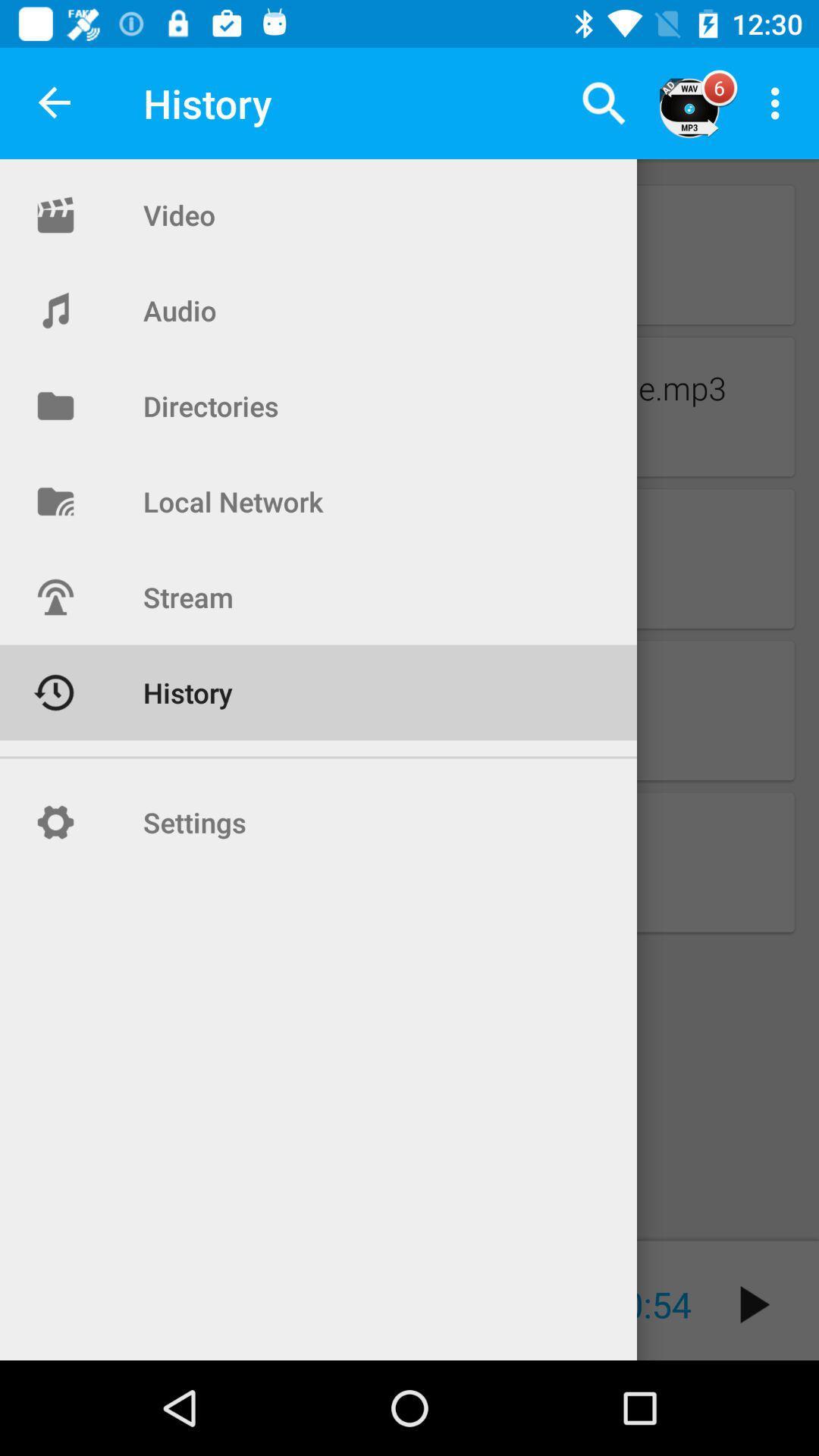 The height and width of the screenshot is (1456, 819). I want to click on the play icon, so click(755, 1304).